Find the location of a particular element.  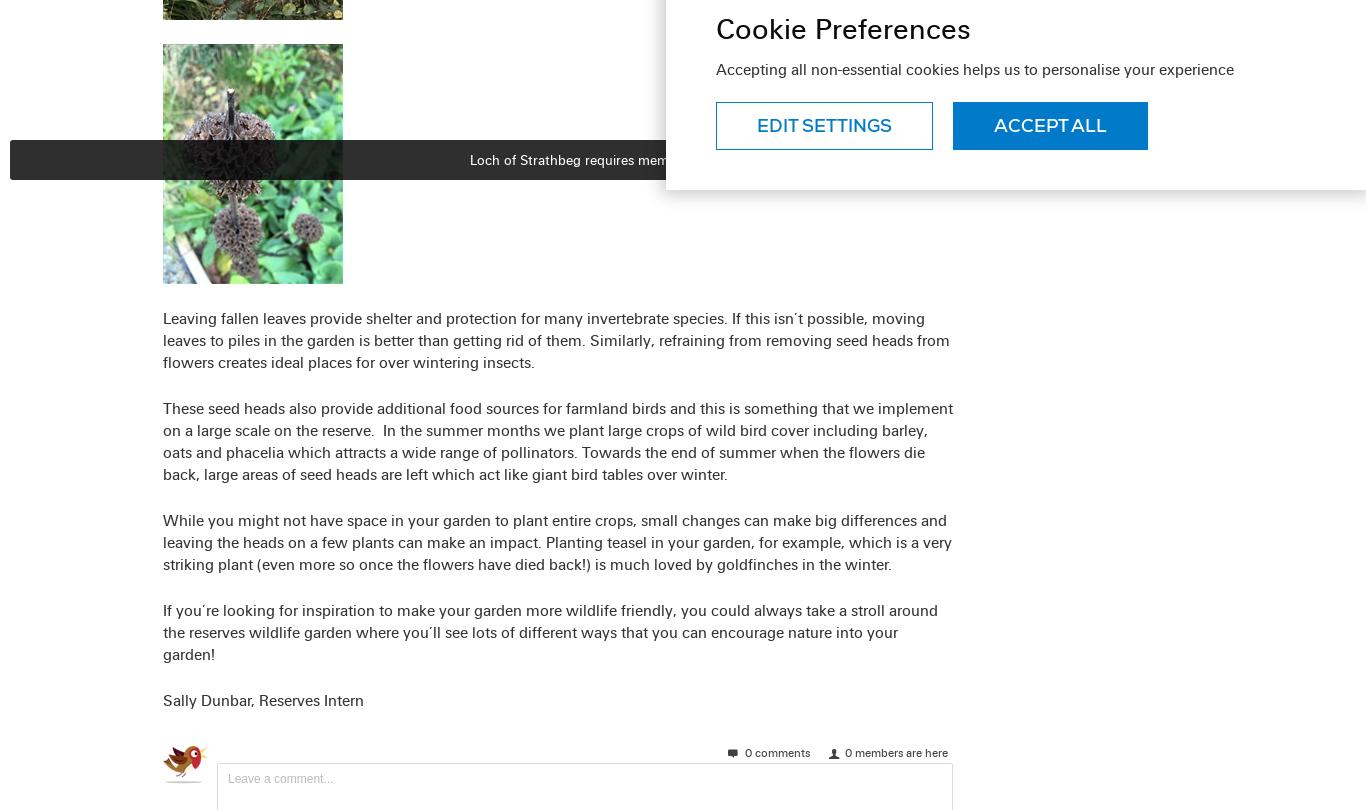

'Cookie Preferences' is located at coordinates (842, 28).